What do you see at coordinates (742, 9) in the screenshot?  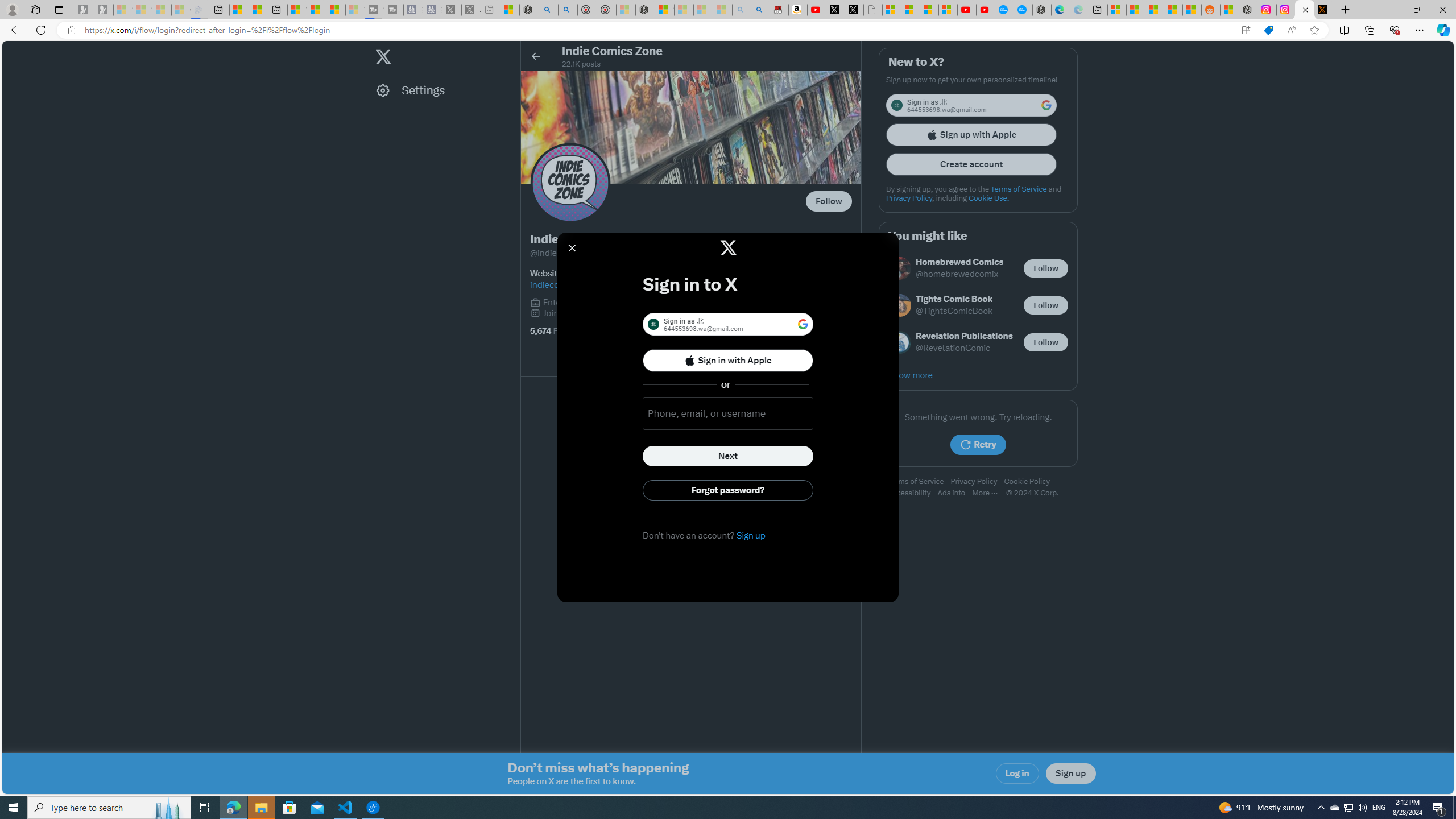 I see `'amazon - Search - Sleeping'` at bounding box center [742, 9].